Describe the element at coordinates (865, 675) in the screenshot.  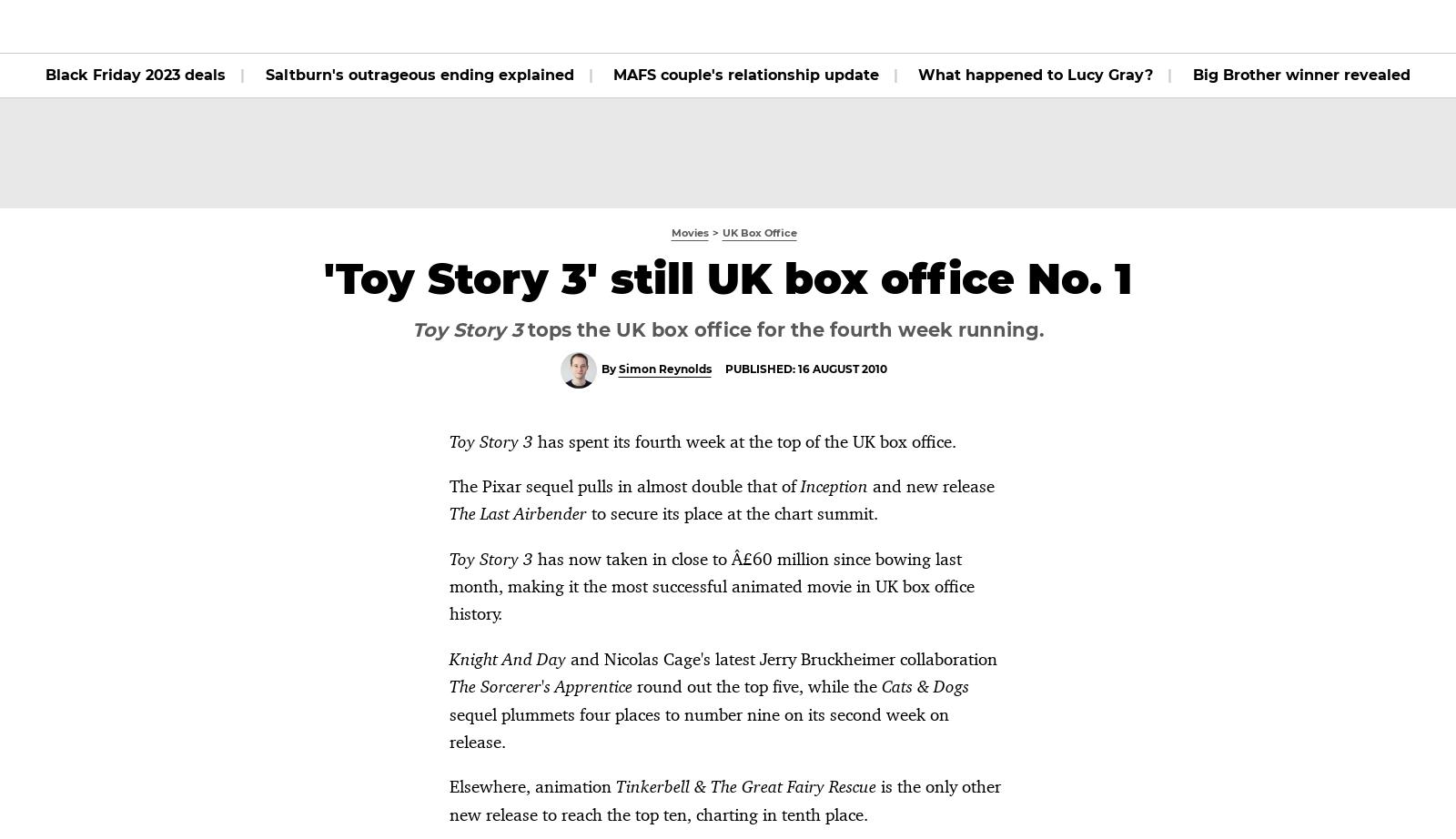
I see `'Mission: Impossible 5 tops UK box office'` at that location.